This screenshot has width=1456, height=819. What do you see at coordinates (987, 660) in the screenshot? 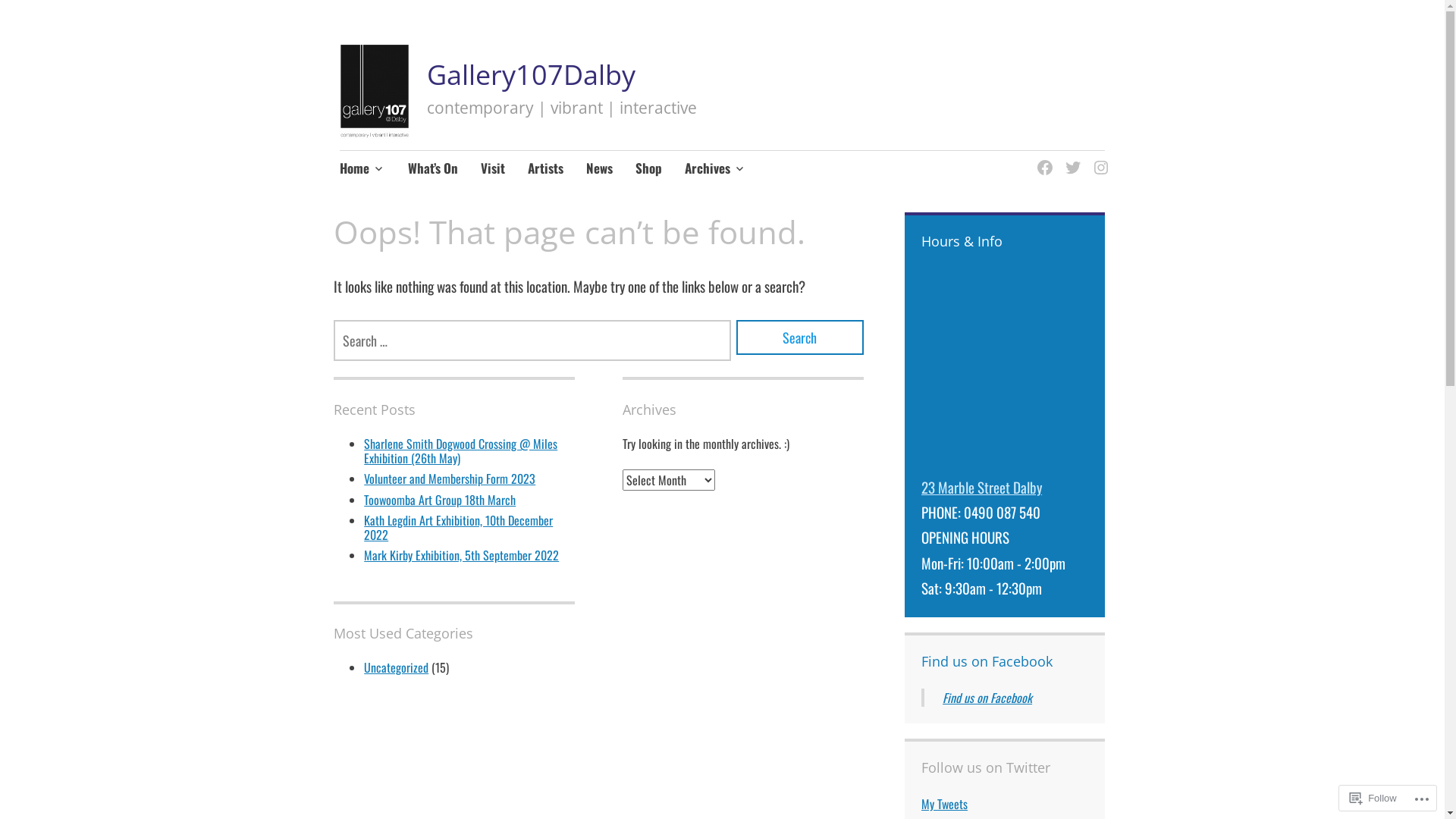
I see `'Find us on Facebook'` at bounding box center [987, 660].